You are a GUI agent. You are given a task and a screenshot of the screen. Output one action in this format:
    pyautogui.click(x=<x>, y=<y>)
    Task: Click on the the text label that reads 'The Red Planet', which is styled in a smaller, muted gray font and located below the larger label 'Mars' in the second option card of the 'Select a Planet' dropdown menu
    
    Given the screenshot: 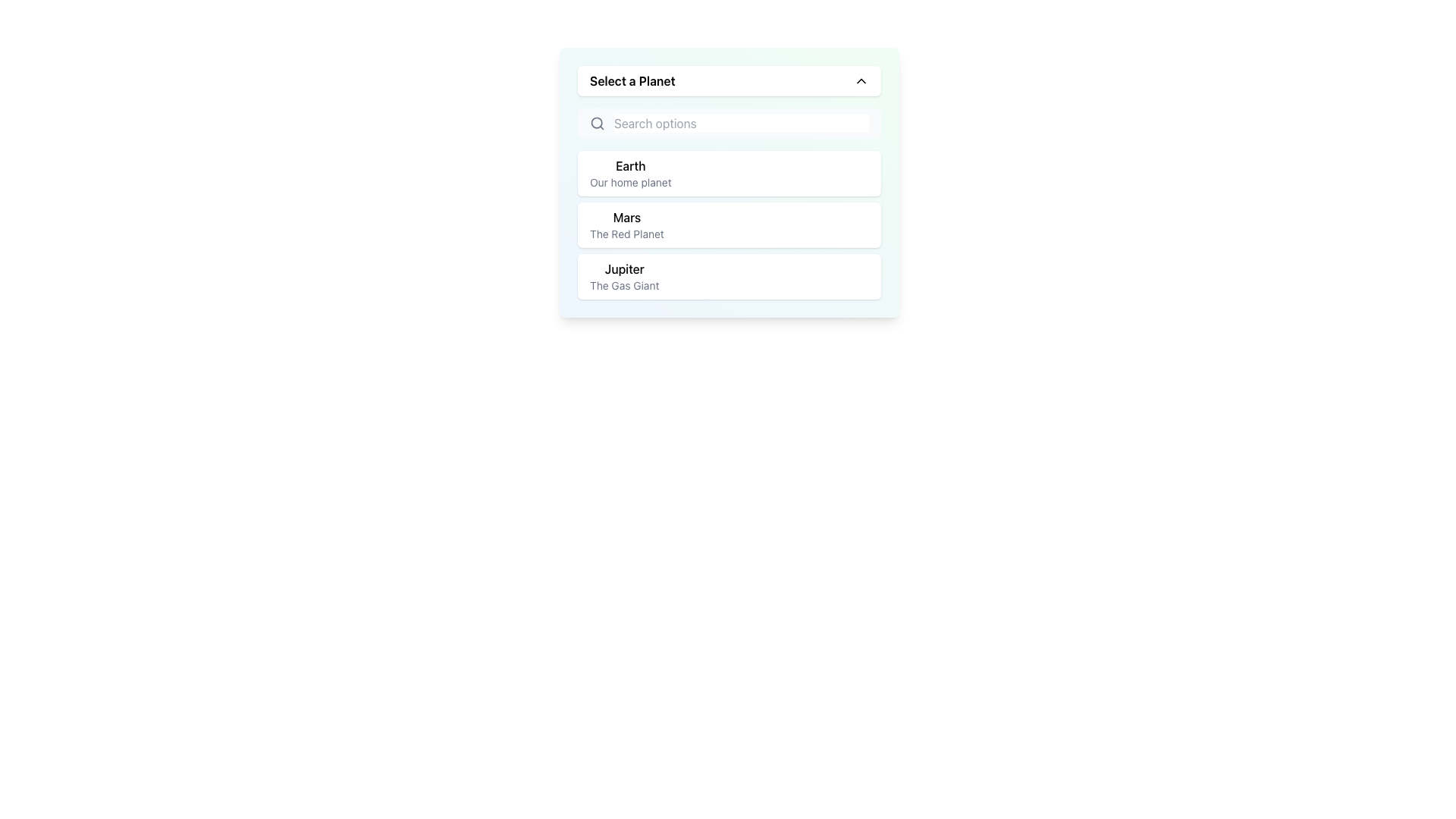 What is the action you would take?
    pyautogui.click(x=626, y=234)
    